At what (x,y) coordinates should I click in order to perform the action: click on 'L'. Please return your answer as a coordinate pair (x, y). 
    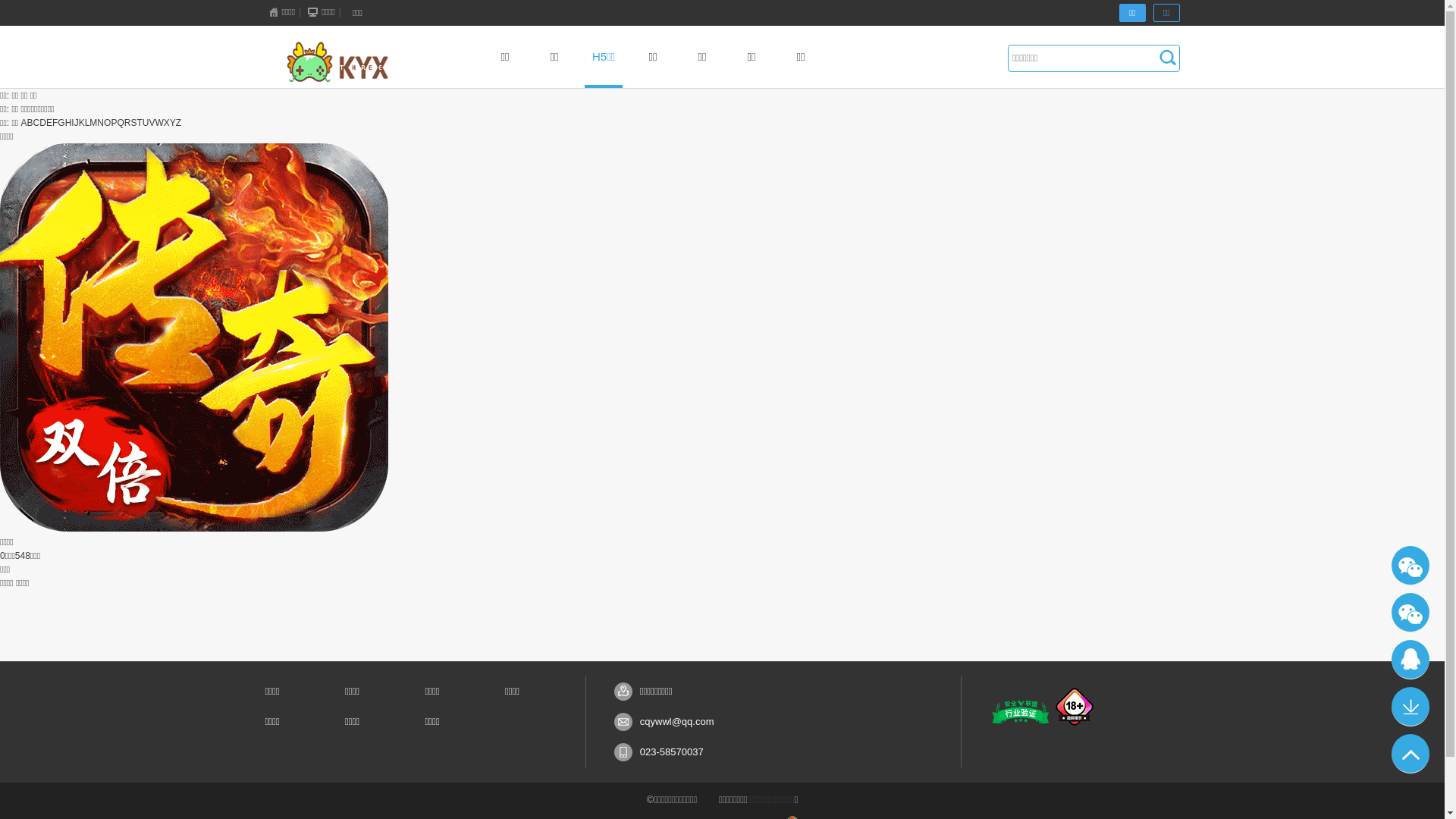
    Looking at the image, I should click on (86, 122).